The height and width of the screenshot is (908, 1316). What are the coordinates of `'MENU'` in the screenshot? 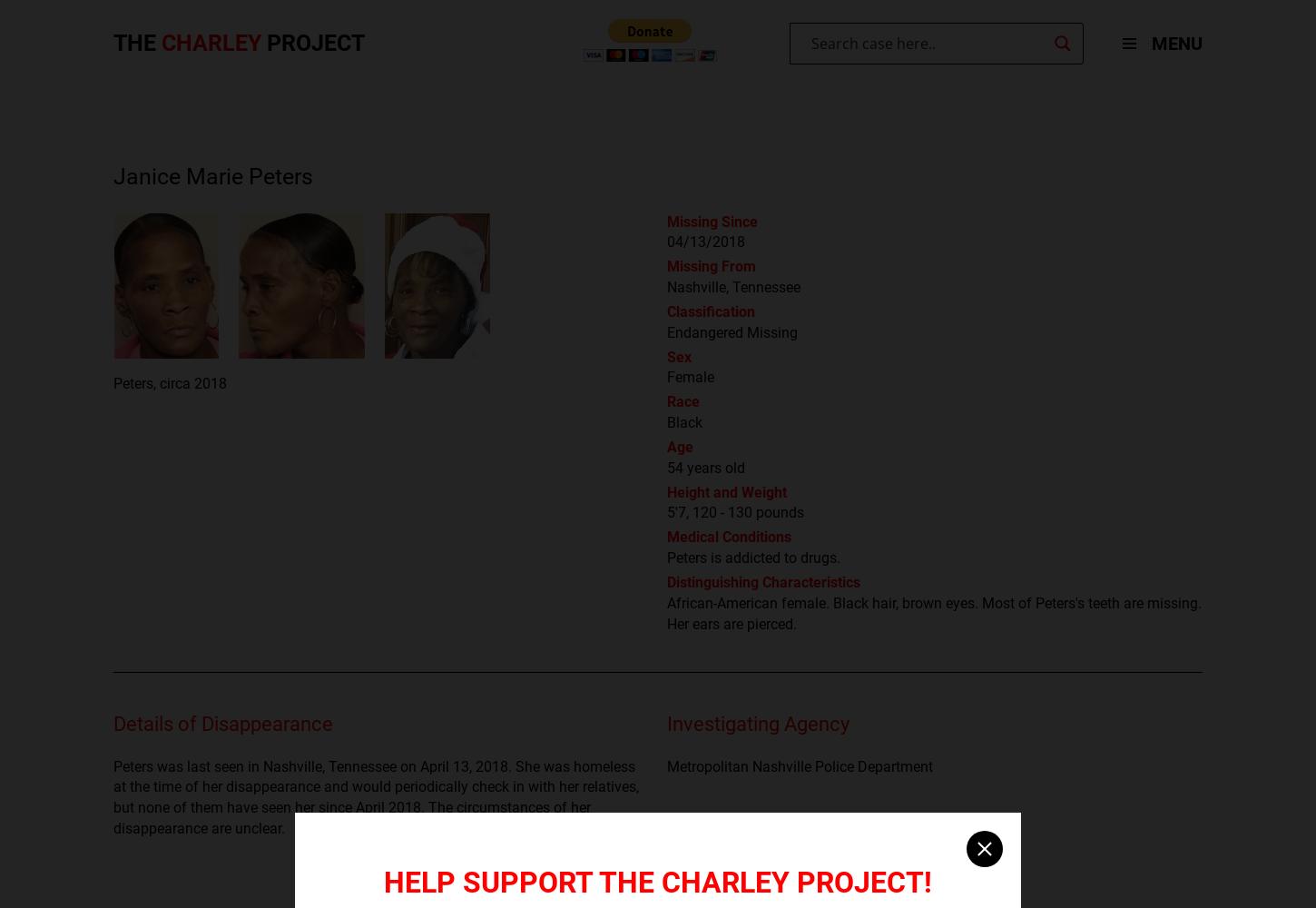 It's located at (1177, 44).